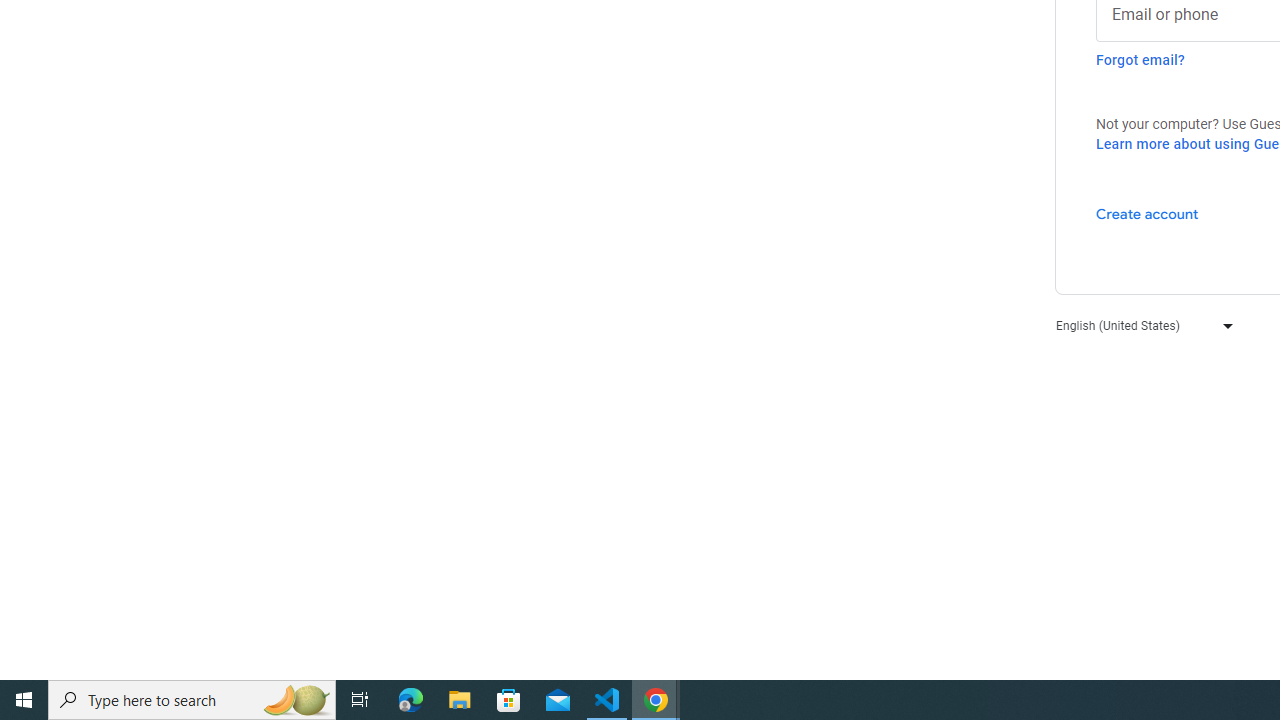  I want to click on 'Create account', so click(1146, 213).